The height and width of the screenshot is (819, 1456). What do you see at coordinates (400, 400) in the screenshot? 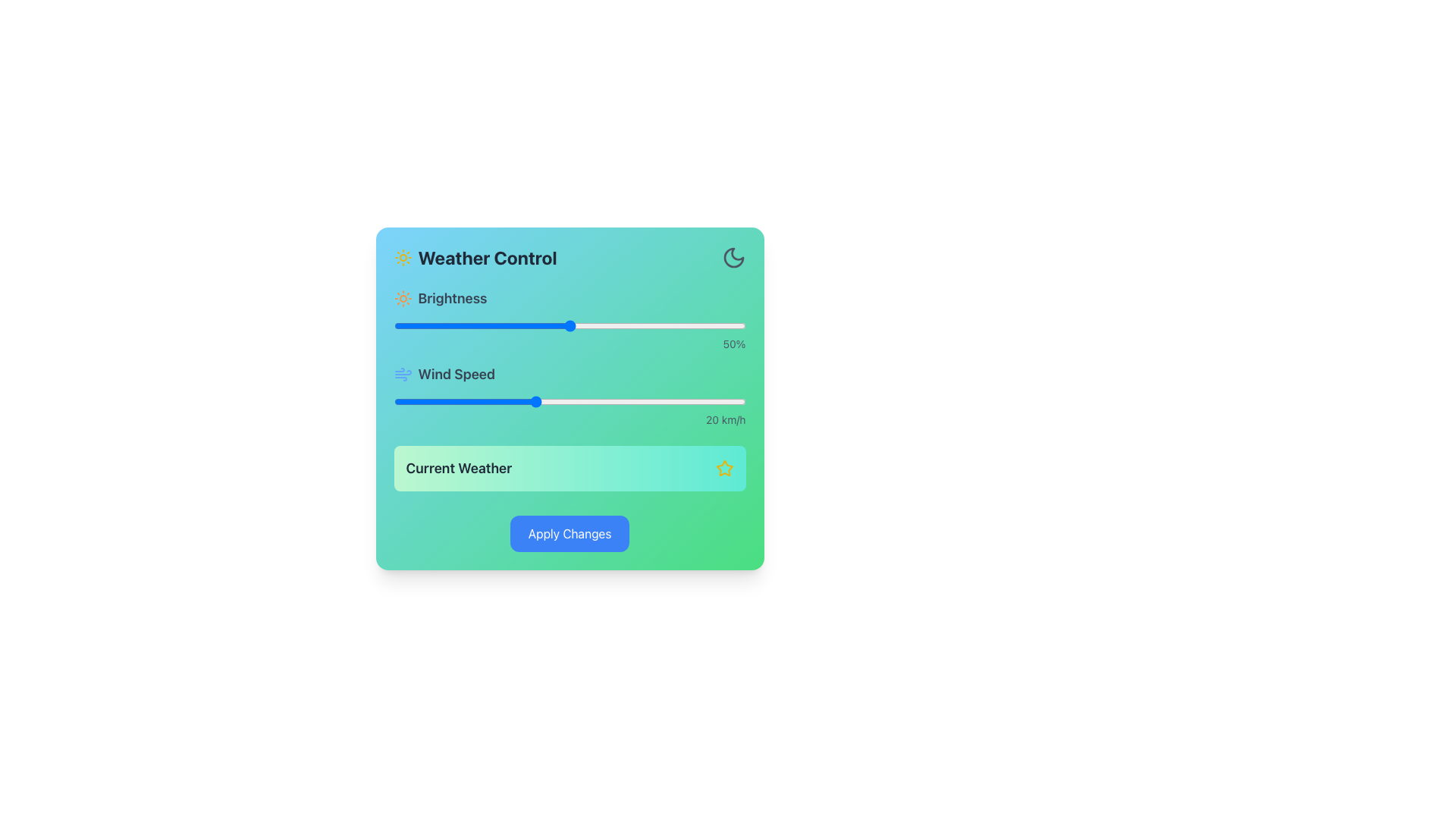
I see `wind speed` at bounding box center [400, 400].